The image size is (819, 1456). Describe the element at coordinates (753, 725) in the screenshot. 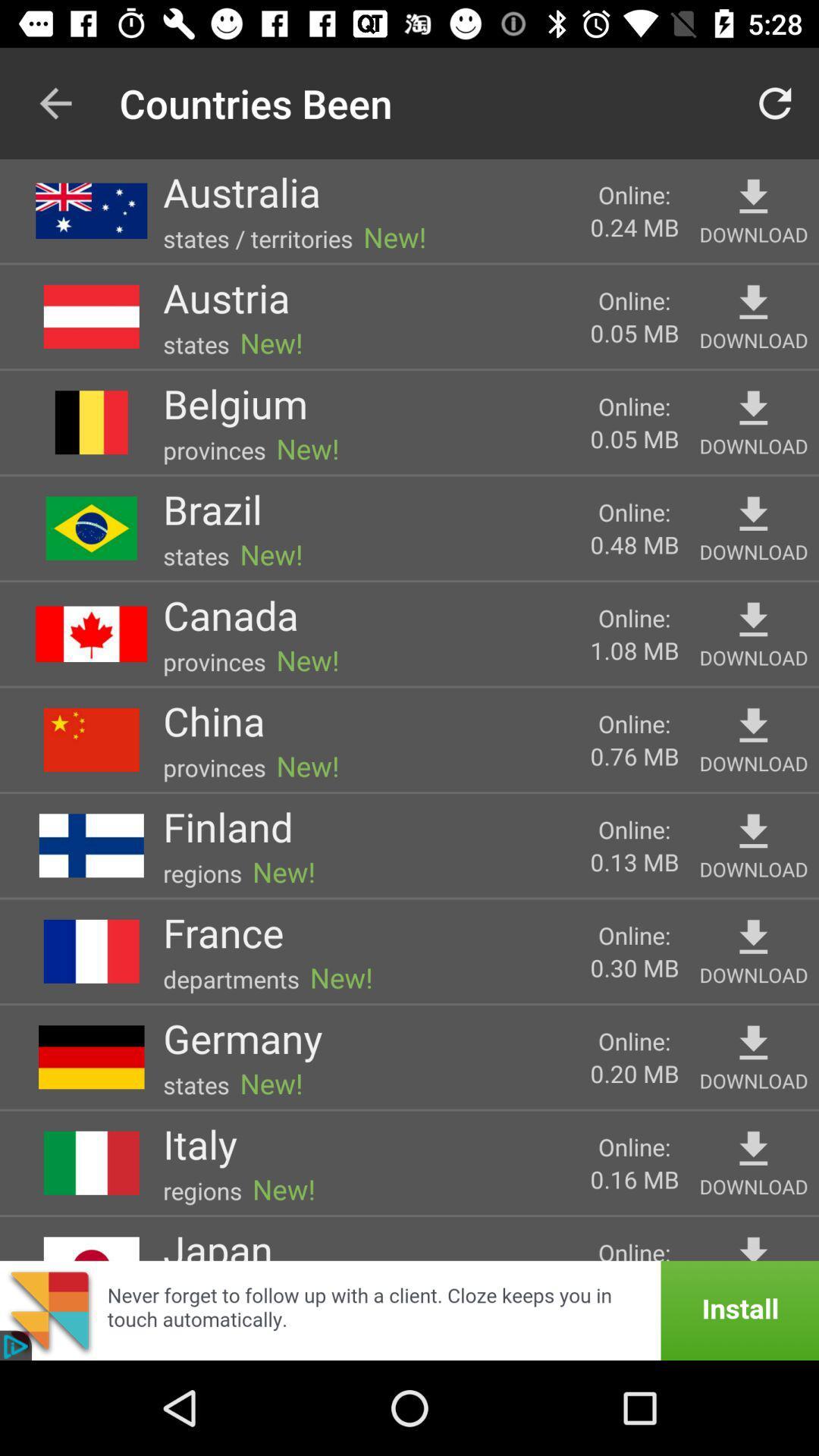

I see `download` at that location.